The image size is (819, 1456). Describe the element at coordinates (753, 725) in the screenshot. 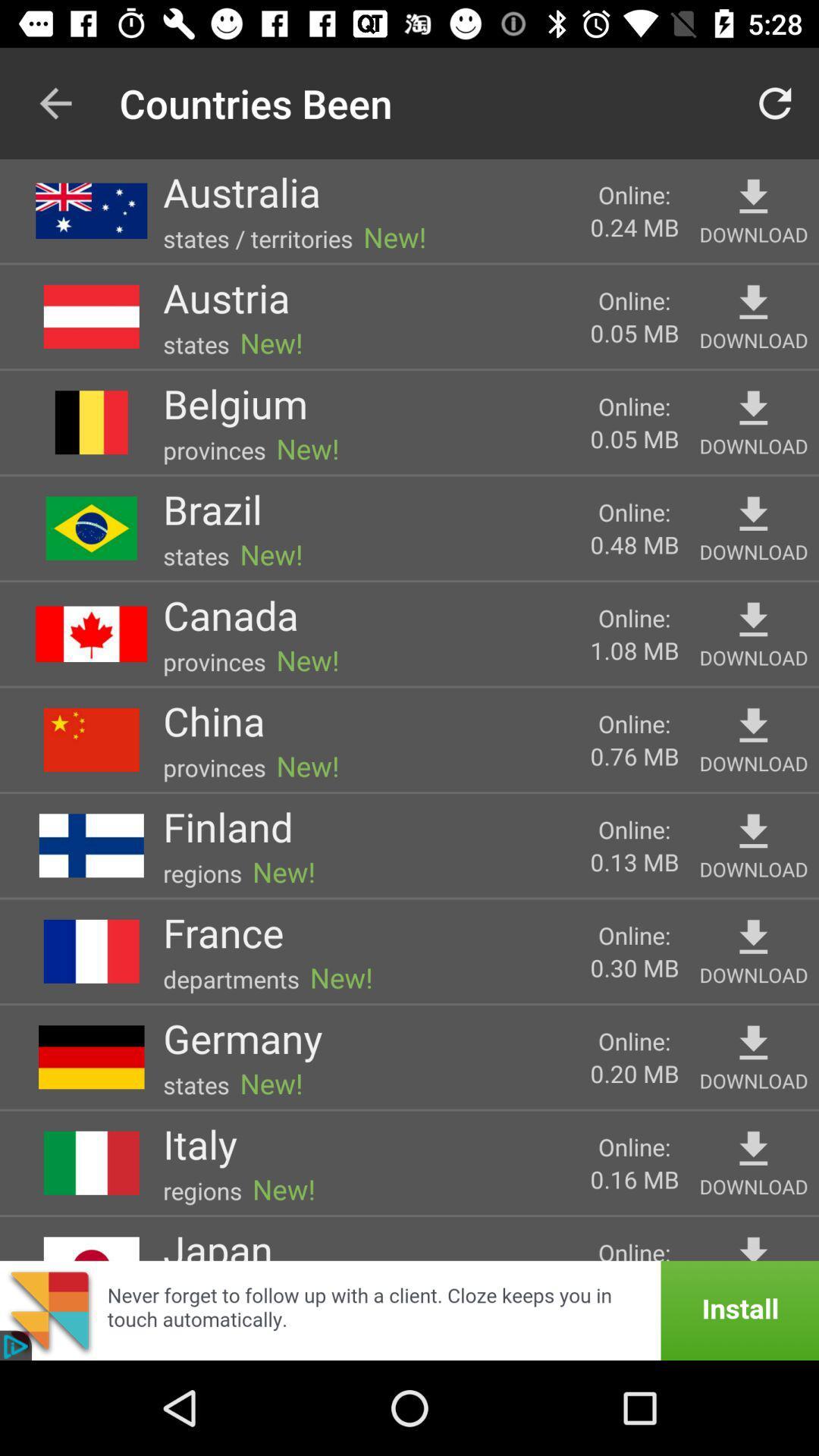

I see `download` at that location.